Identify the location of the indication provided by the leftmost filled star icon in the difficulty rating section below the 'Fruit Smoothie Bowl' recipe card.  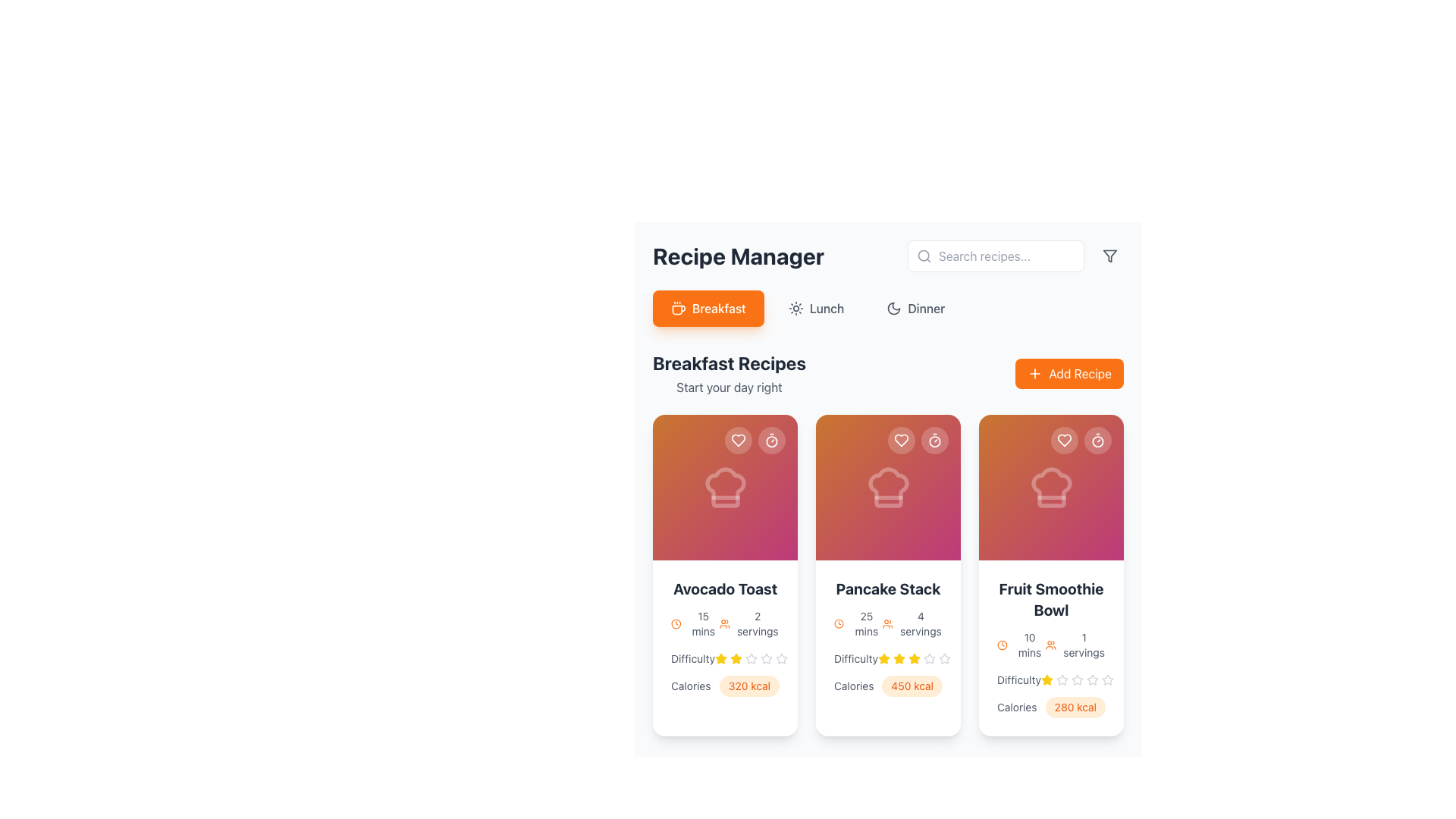
(1046, 679).